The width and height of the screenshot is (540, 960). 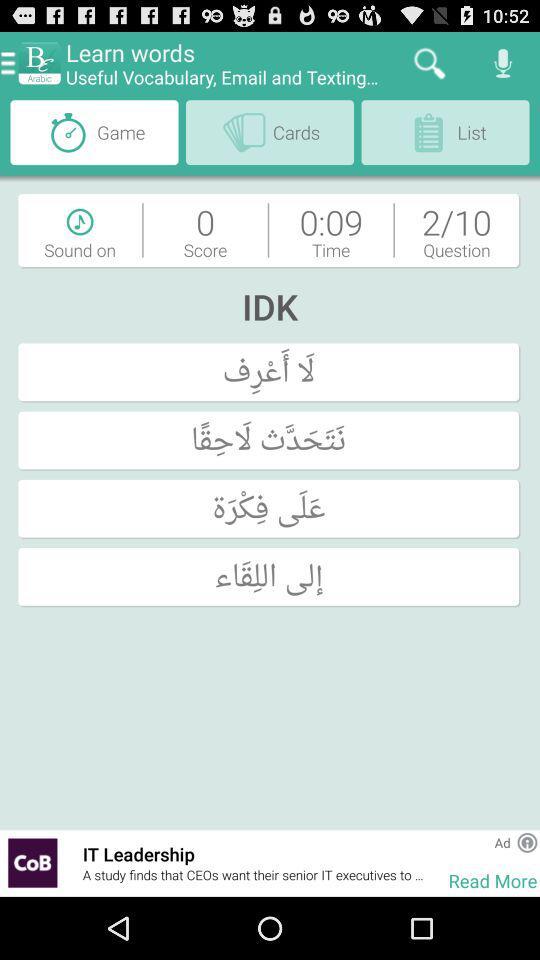 I want to click on it leadership icon, so click(x=255, y=853).